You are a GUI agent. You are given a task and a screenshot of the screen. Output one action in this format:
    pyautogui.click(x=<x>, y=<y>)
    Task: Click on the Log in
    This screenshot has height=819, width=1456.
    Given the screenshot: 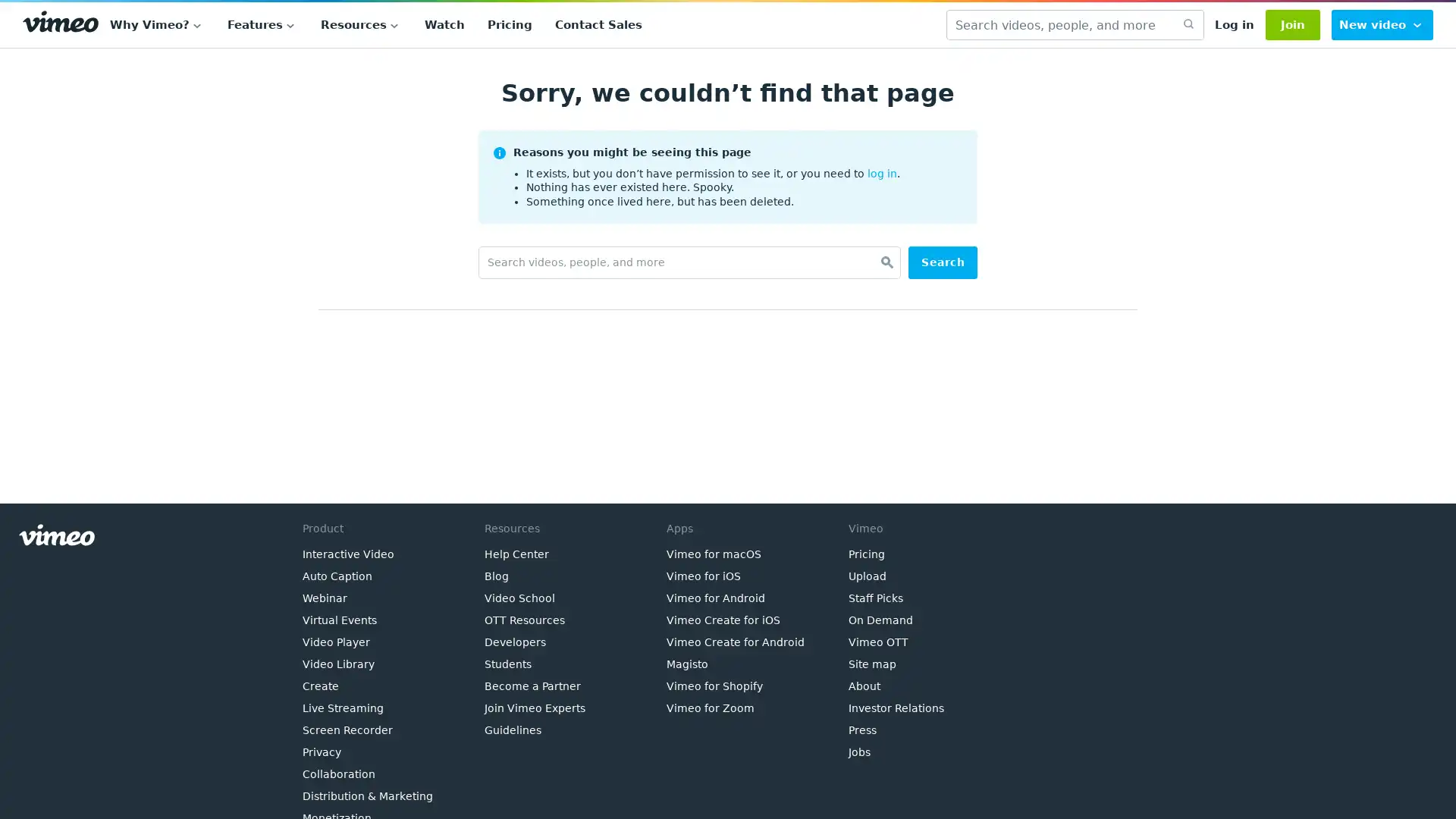 What is the action you would take?
    pyautogui.click(x=1234, y=25)
    